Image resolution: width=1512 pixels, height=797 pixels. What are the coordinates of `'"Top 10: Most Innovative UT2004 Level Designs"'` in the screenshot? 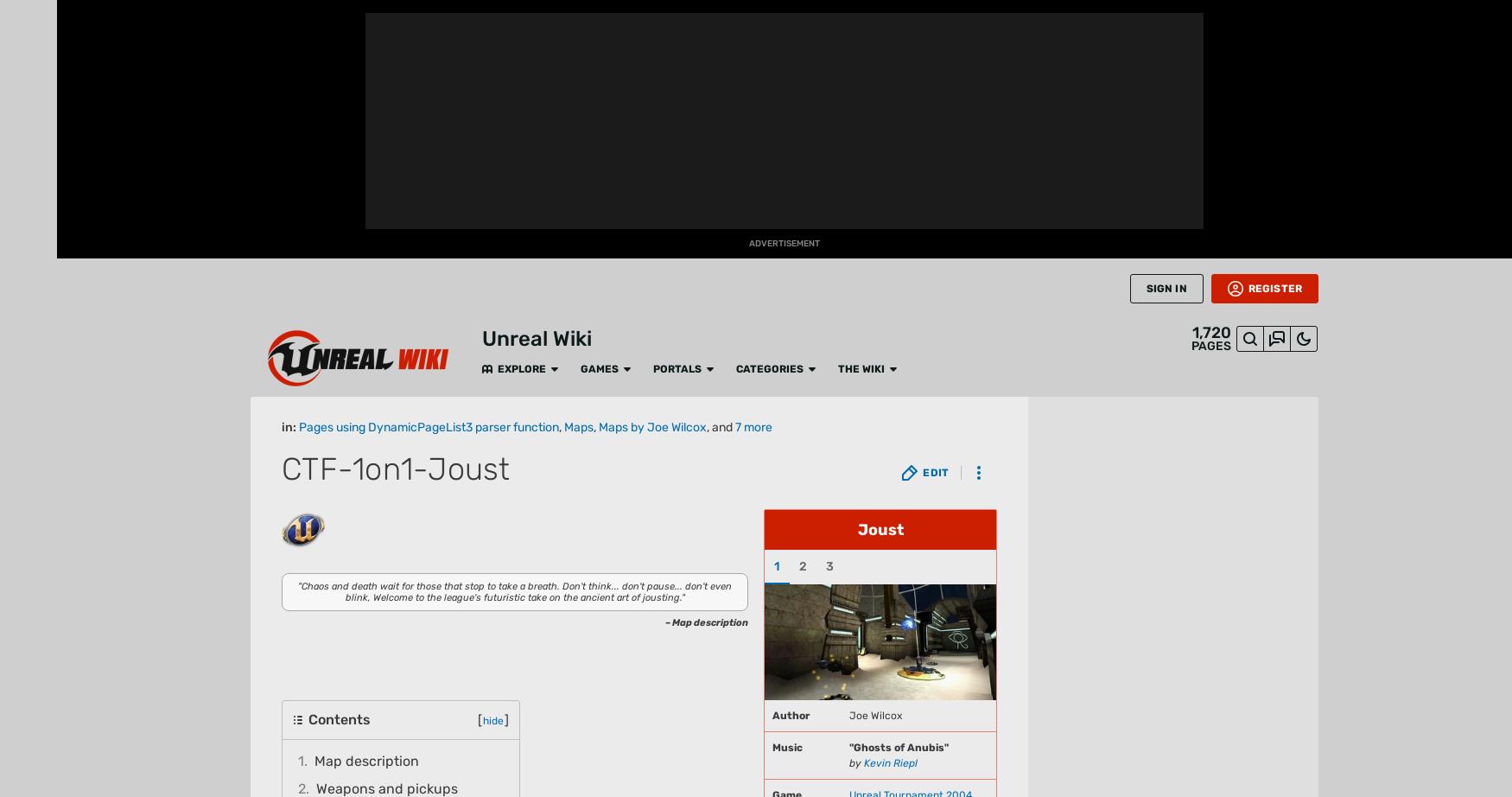 It's located at (630, 683).